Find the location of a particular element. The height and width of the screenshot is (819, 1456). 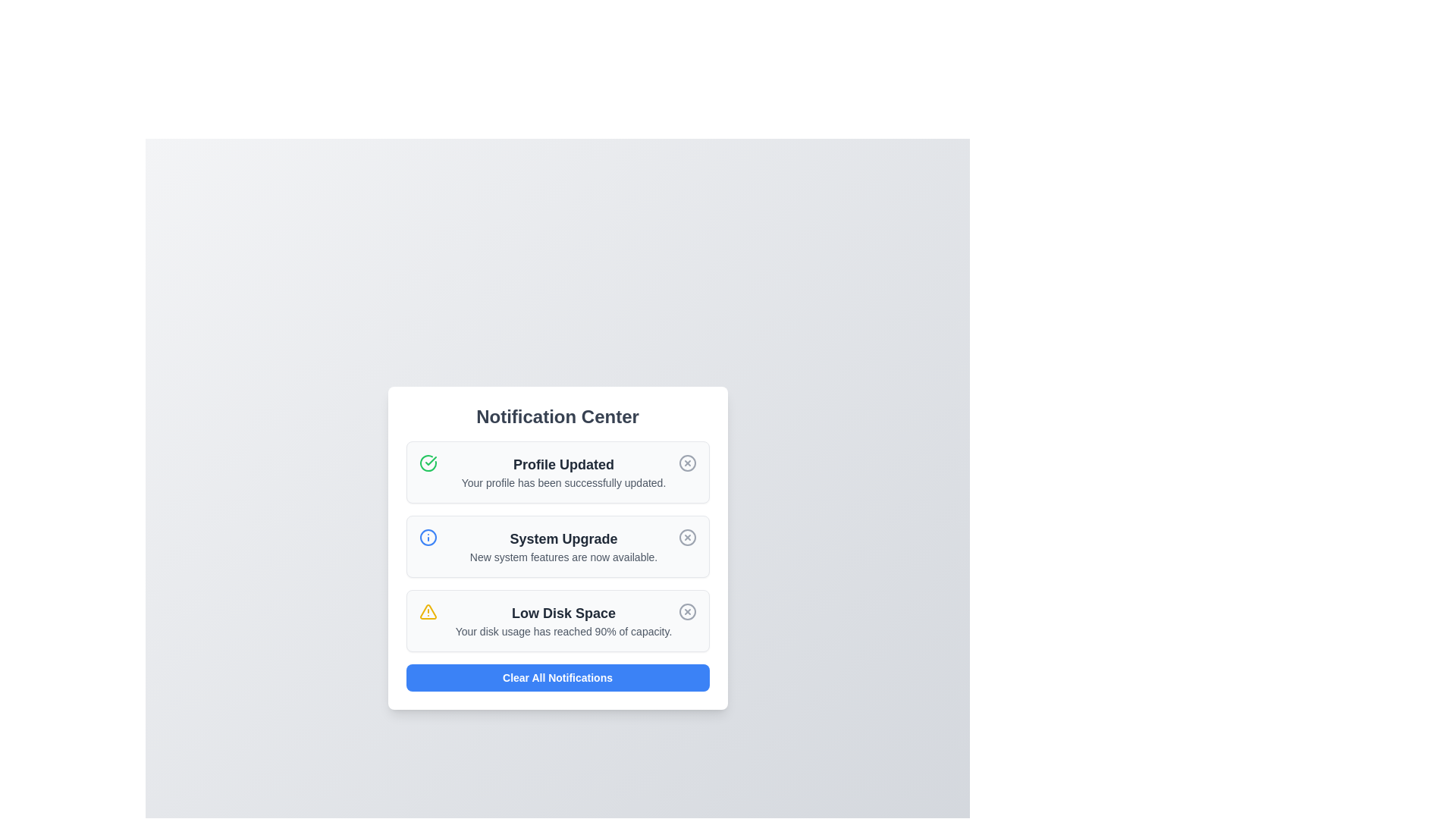

the Notification Card that informs the user about the successful update of their profile, located at the top of the Notification Center interface is located at coordinates (557, 472).